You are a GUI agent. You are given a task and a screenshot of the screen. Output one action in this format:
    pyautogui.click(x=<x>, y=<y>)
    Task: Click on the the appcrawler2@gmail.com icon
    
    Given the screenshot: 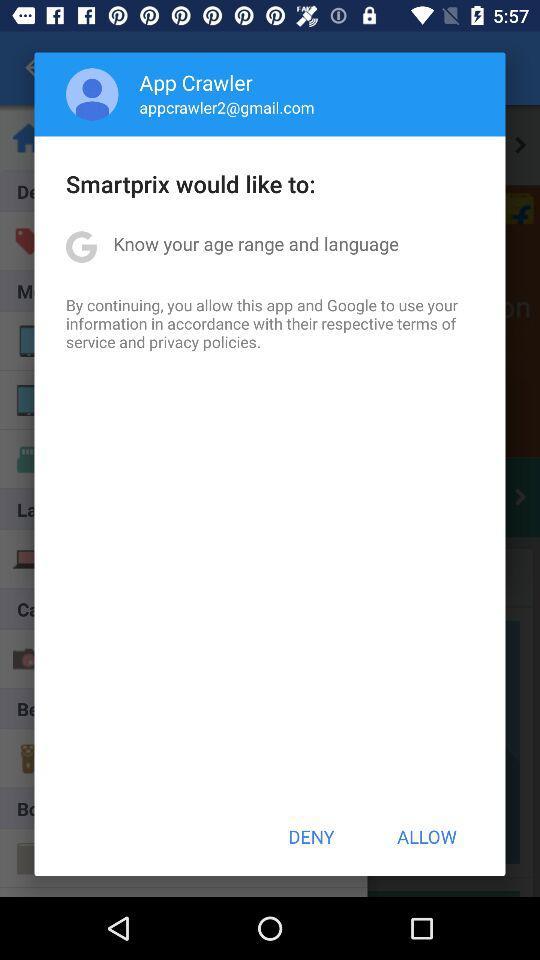 What is the action you would take?
    pyautogui.click(x=226, y=107)
    